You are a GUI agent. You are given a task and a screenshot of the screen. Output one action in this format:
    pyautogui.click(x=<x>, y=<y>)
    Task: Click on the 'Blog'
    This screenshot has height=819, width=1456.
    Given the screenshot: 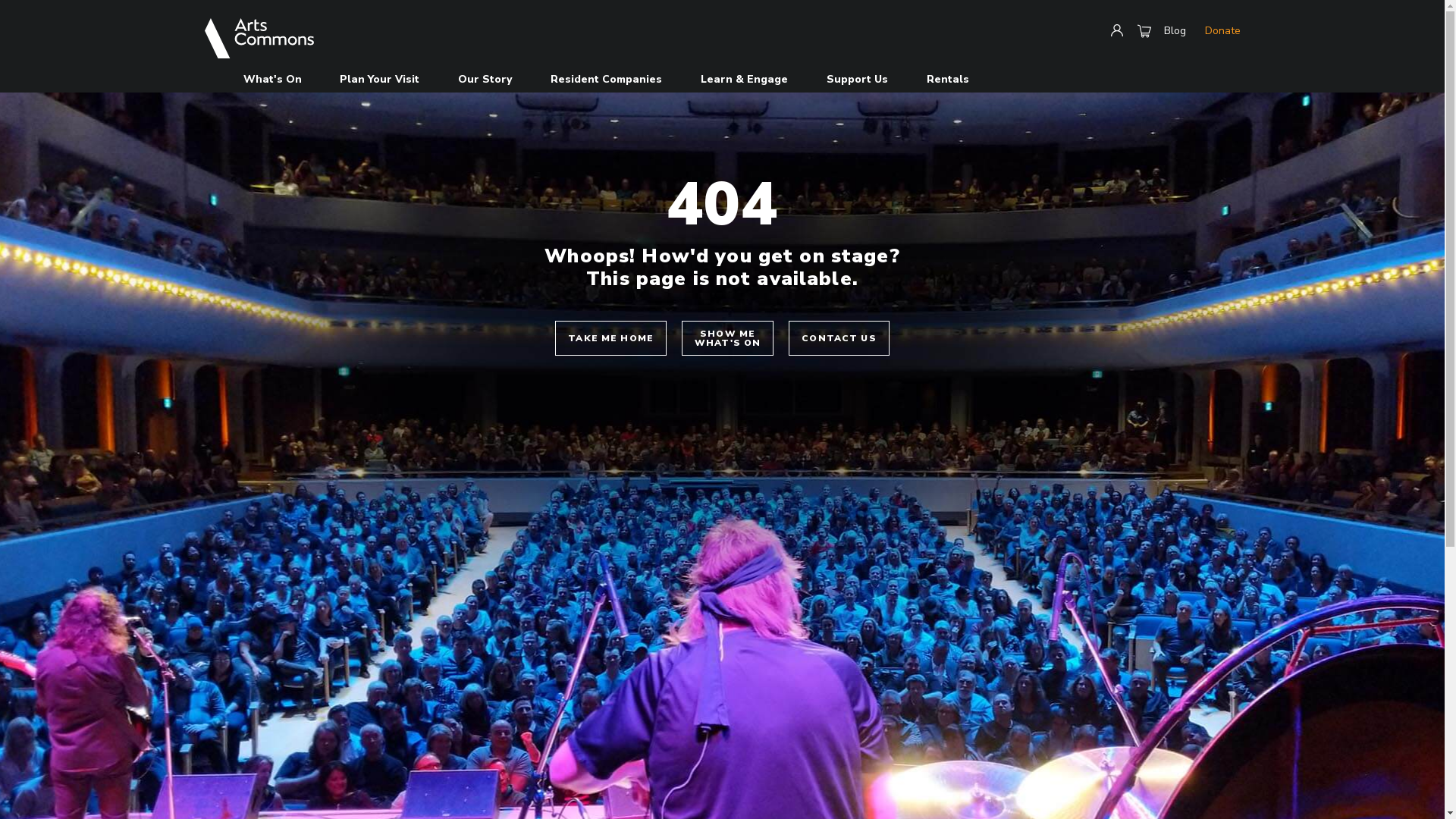 What is the action you would take?
    pyautogui.click(x=1174, y=31)
    